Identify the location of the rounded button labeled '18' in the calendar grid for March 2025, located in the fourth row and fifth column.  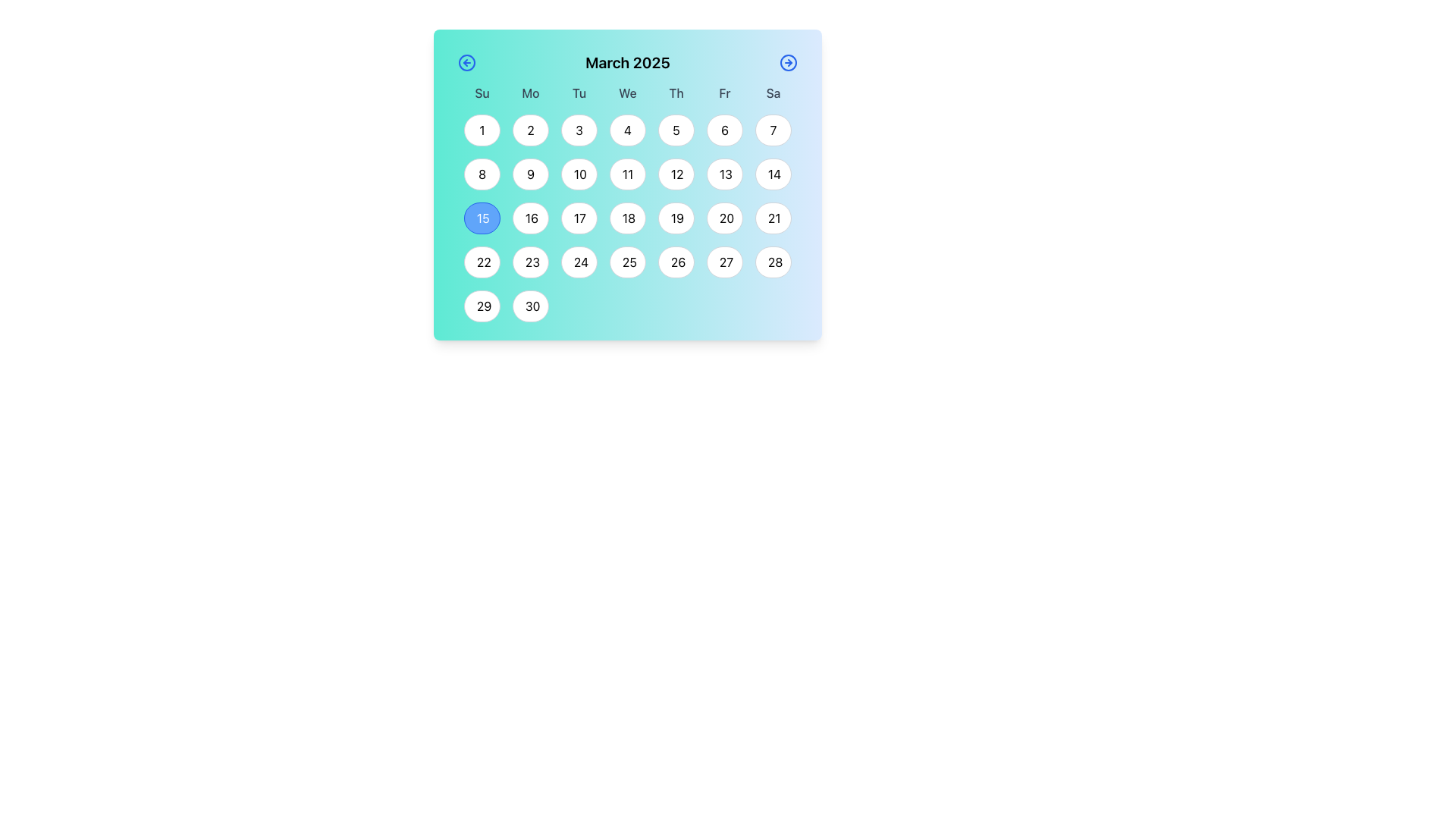
(628, 212).